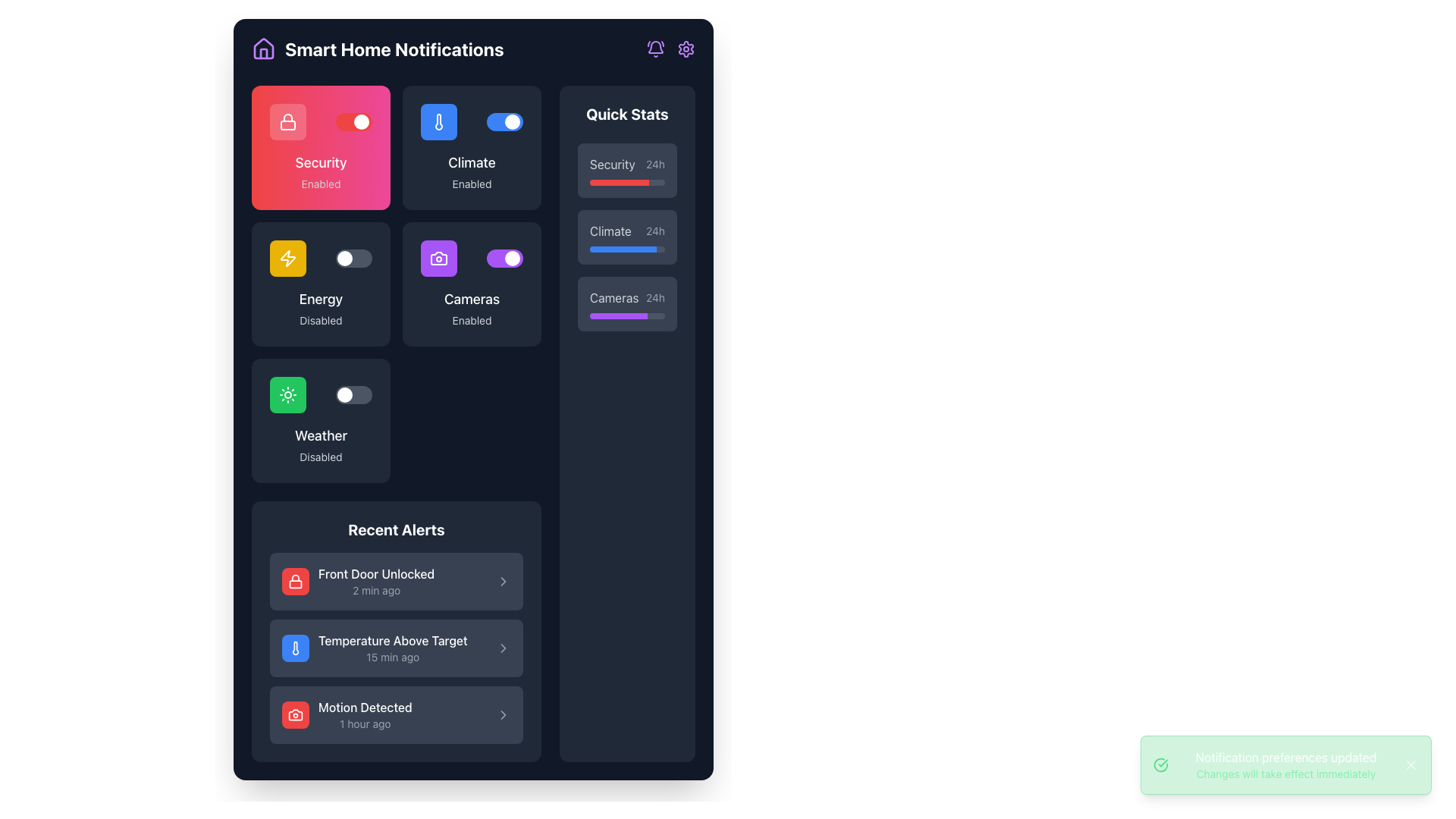 The height and width of the screenshot is (819, 1456). I want to click on the 'Climate' icon indicator located within the rounded rectangular blue card in the Smart Home Notifications interface by moving the cursor to its center point, so click(438, 121).